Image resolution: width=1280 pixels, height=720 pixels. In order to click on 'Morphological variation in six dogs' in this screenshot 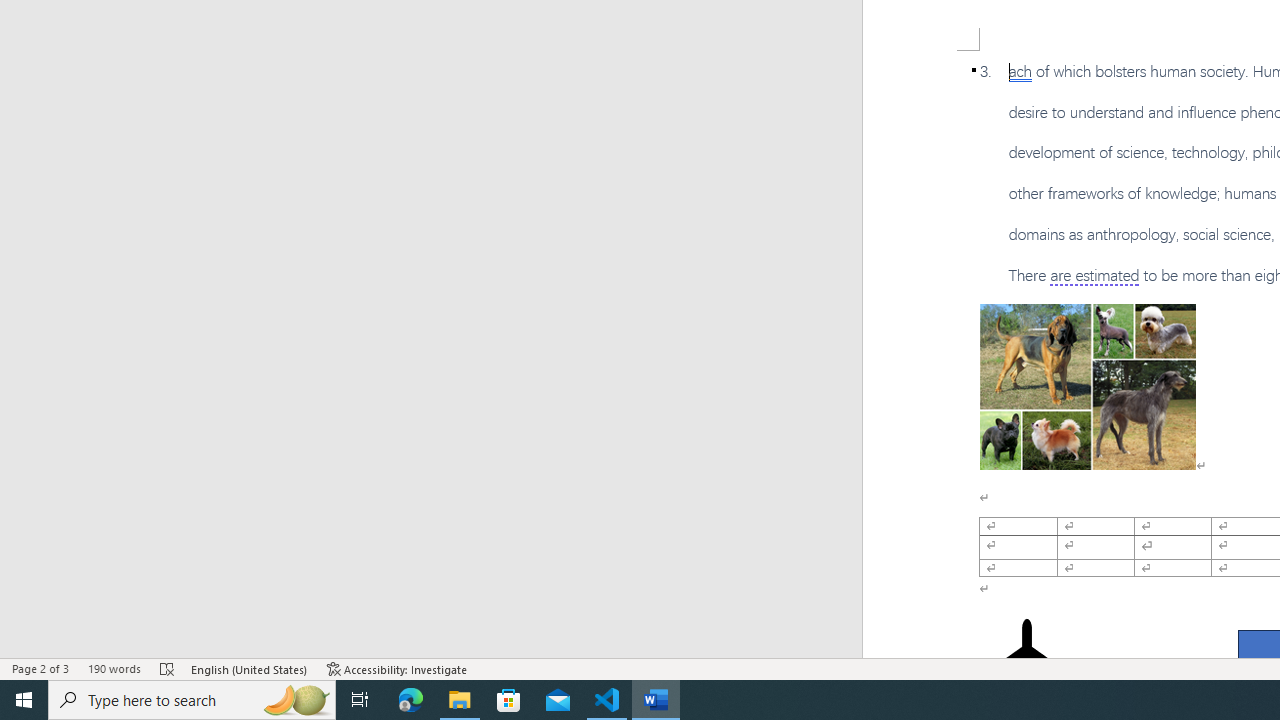, I will do `click(1087, 387)`.